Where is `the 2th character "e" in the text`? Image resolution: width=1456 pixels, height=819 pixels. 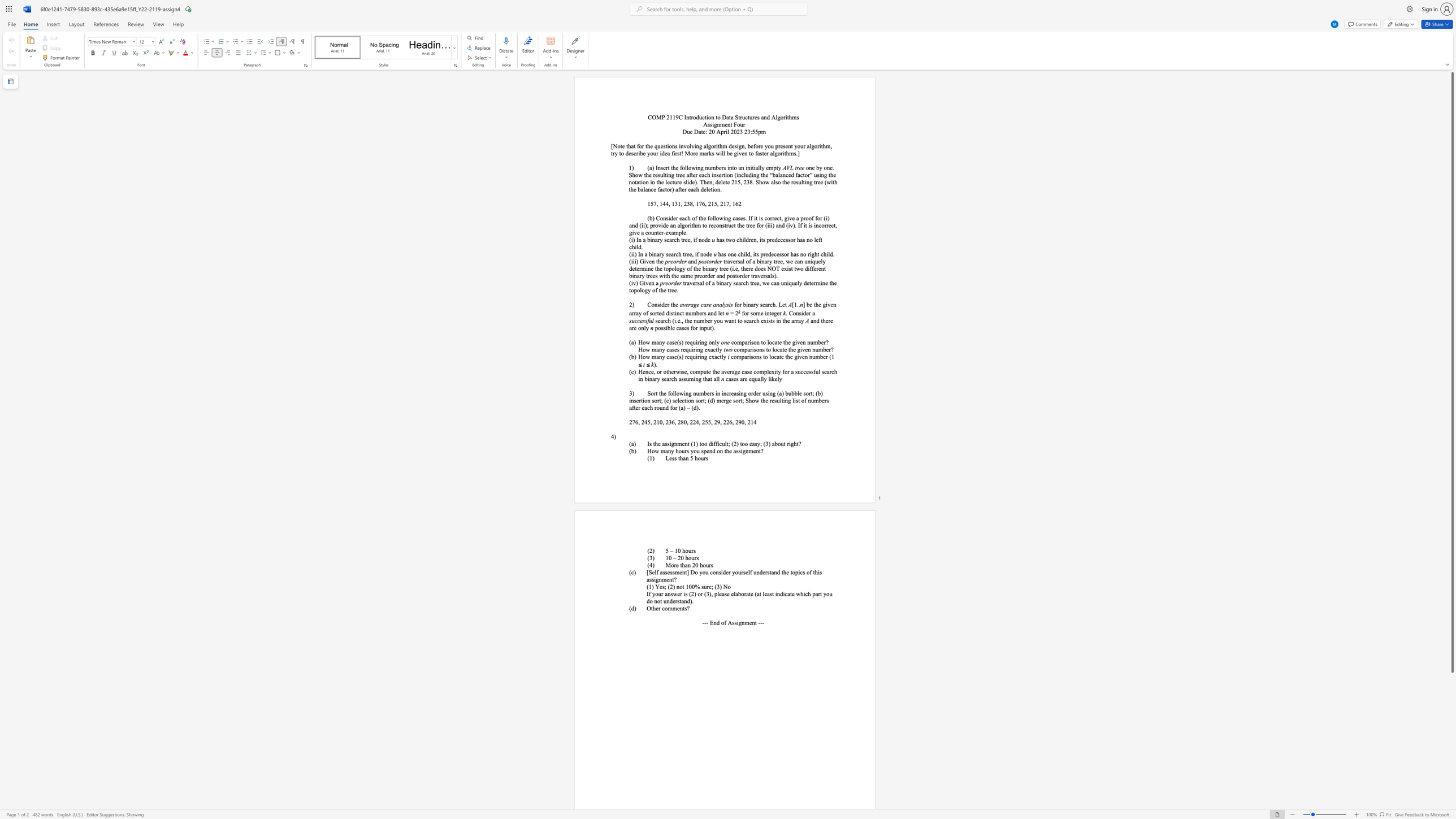 the 2th character "e" in the text is located at coordinates (704, 131).